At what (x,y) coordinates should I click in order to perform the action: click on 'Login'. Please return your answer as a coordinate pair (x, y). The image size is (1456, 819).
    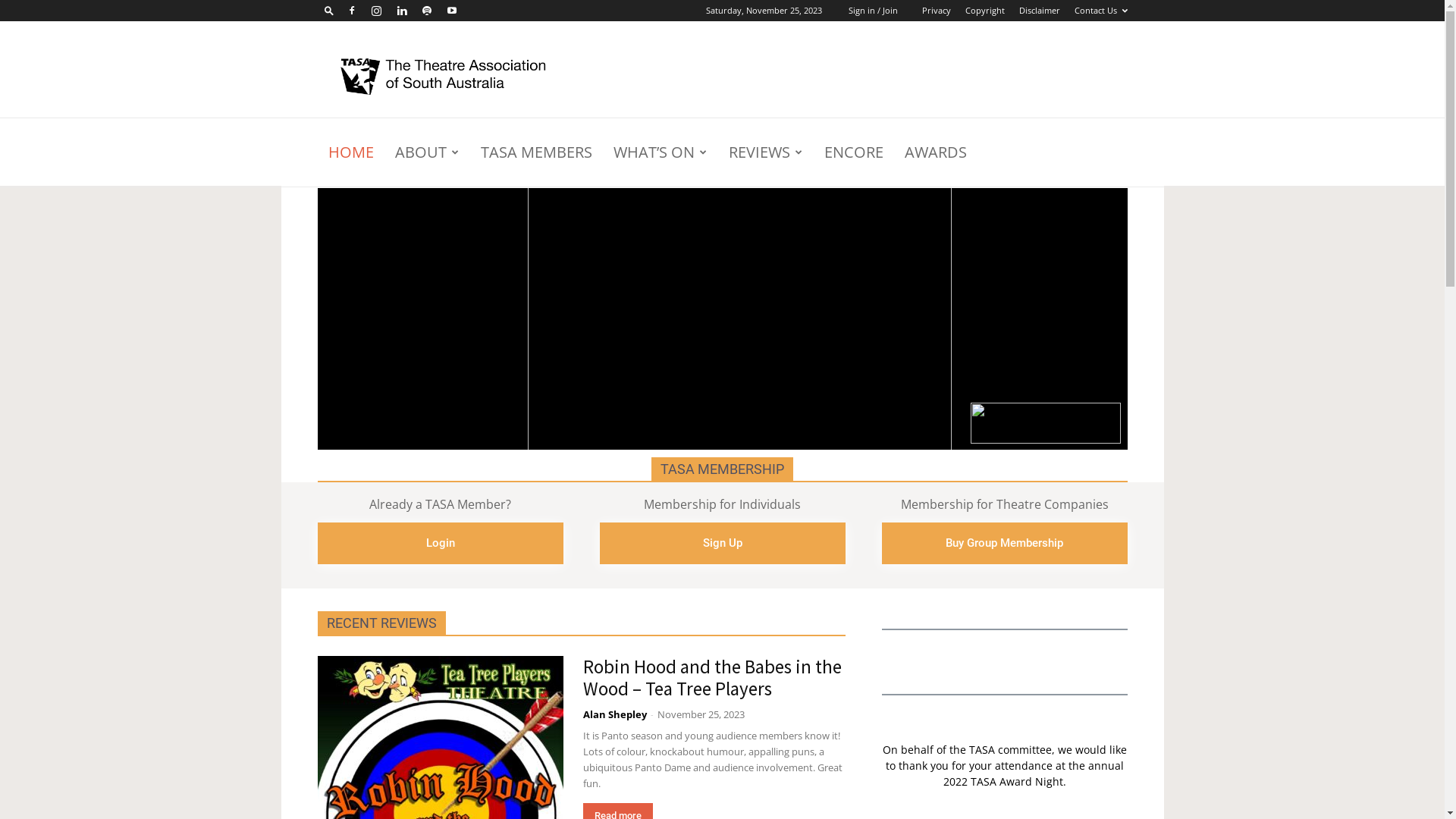
    Looking at the image, I should click on (439, 542).